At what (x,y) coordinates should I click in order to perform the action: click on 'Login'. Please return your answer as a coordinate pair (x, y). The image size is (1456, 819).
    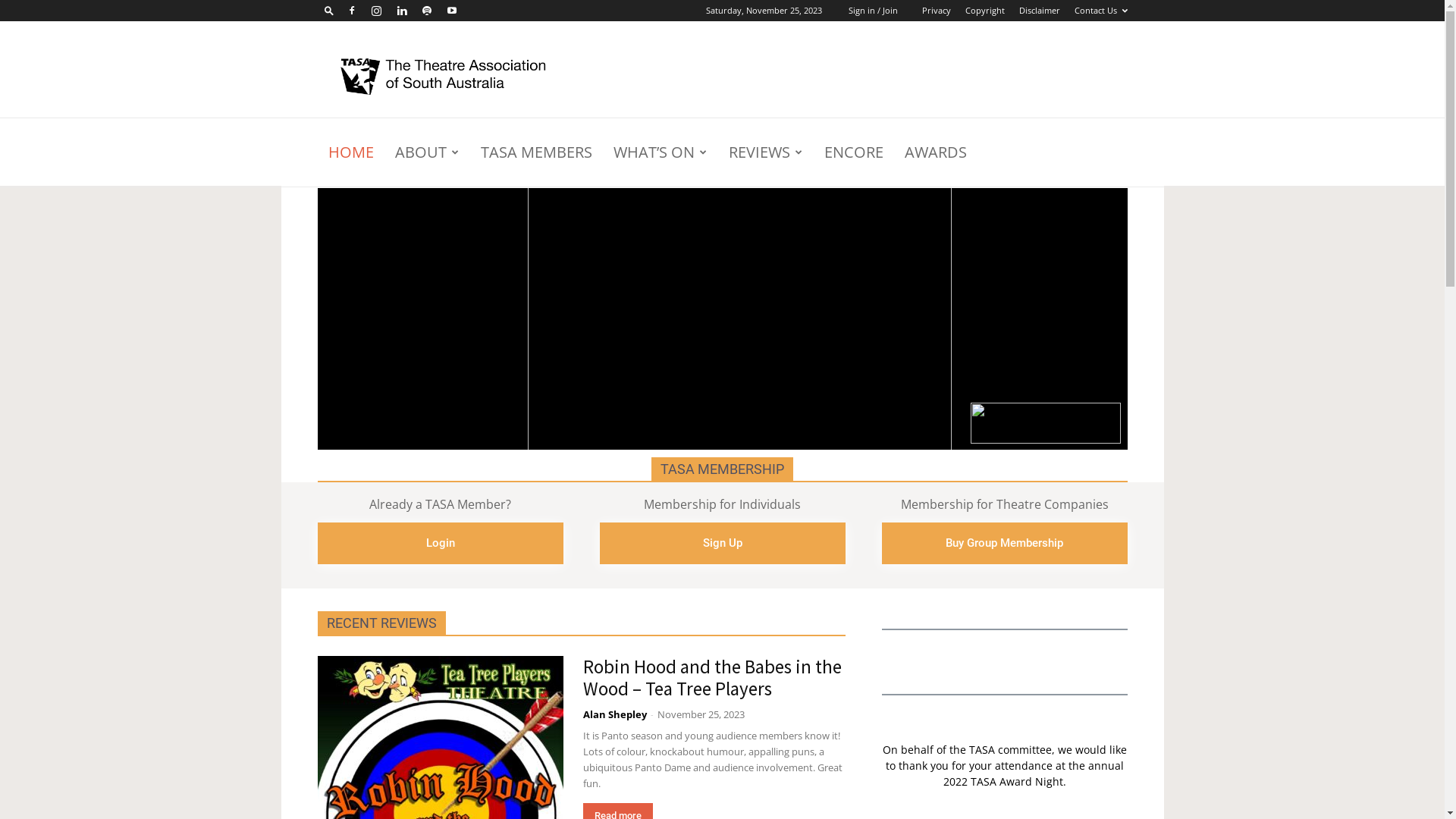
    Looking at the image, I should click on (439, 542).